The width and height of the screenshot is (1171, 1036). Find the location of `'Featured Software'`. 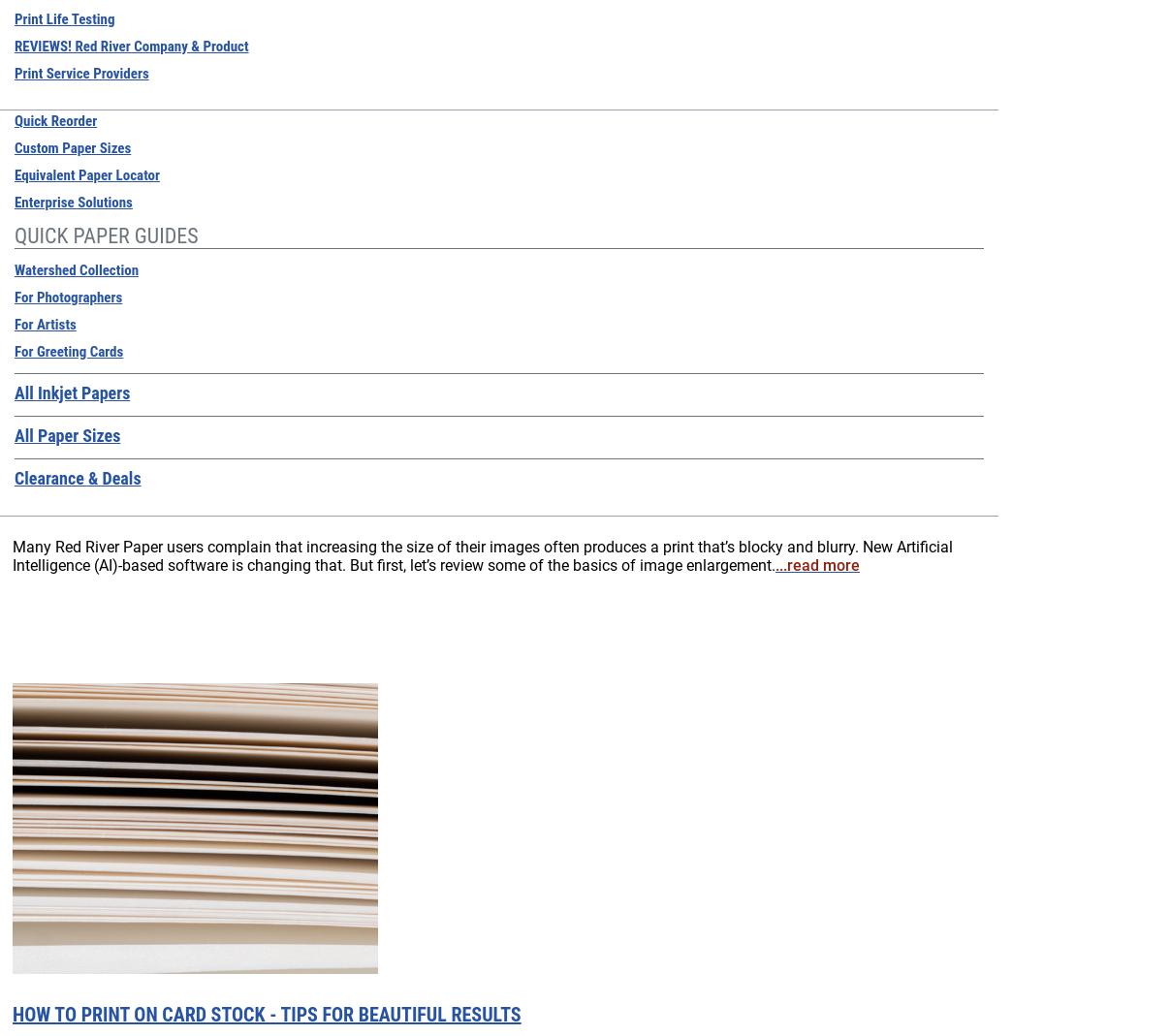

'Featured Software' is located at coordinates (537, 46).